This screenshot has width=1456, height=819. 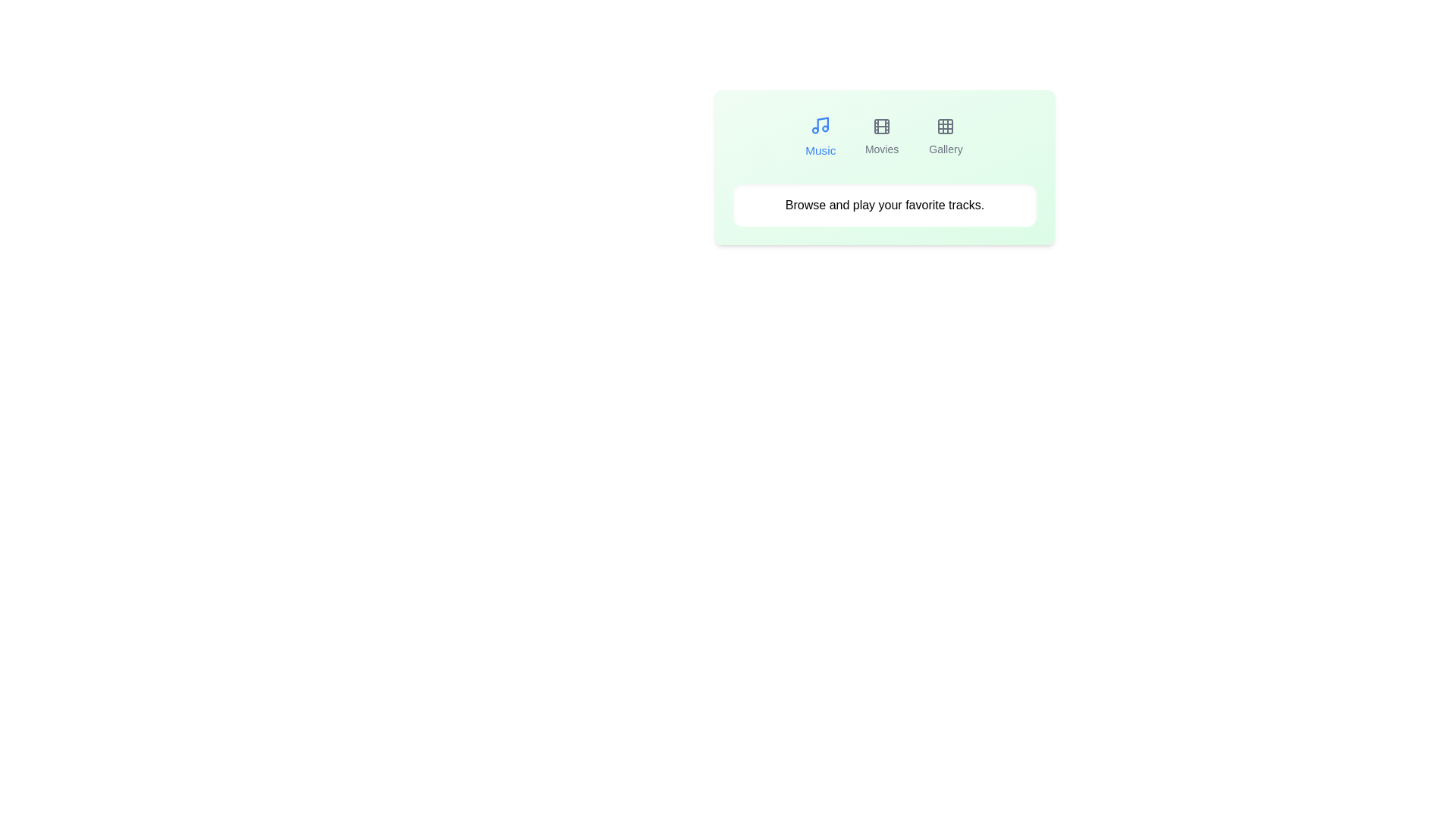 I want to click on the Gallery tab to view its content, so click(x=945, y=137).